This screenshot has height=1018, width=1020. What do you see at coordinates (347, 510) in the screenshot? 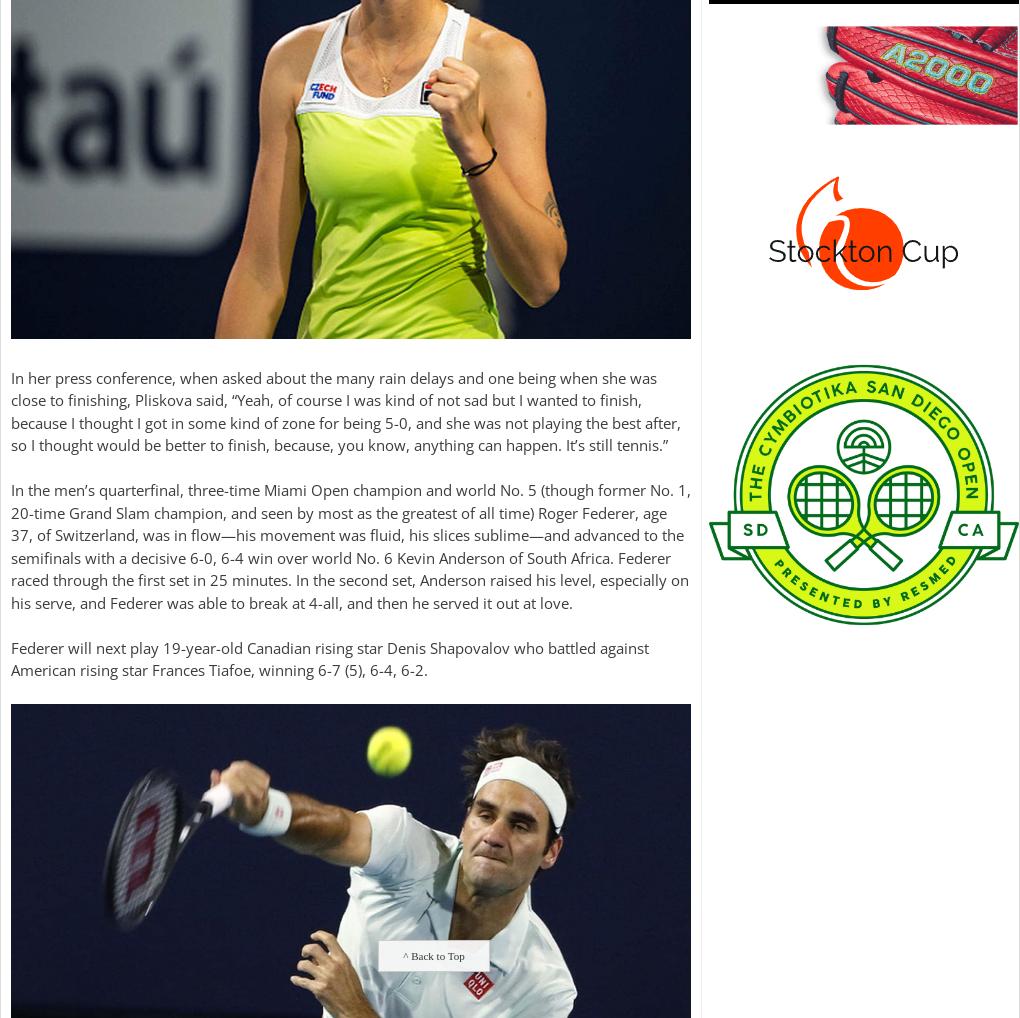
I see `'-time Grand Slam champion, and seen by most as the greatest of all time) Roger Federer, age'` at bounding box center [347, 510].